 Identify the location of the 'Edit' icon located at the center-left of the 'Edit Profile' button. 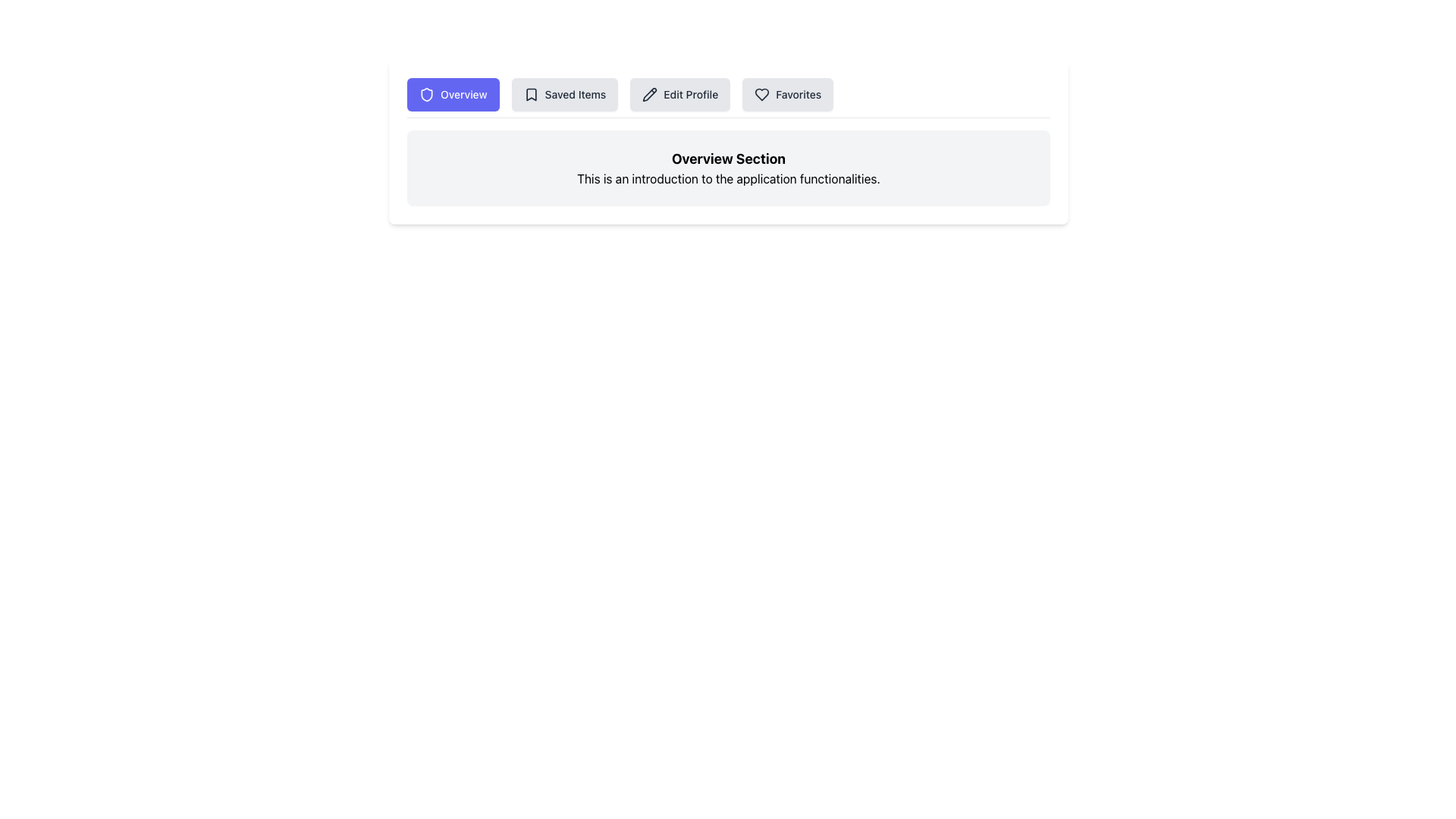
(650, 94).